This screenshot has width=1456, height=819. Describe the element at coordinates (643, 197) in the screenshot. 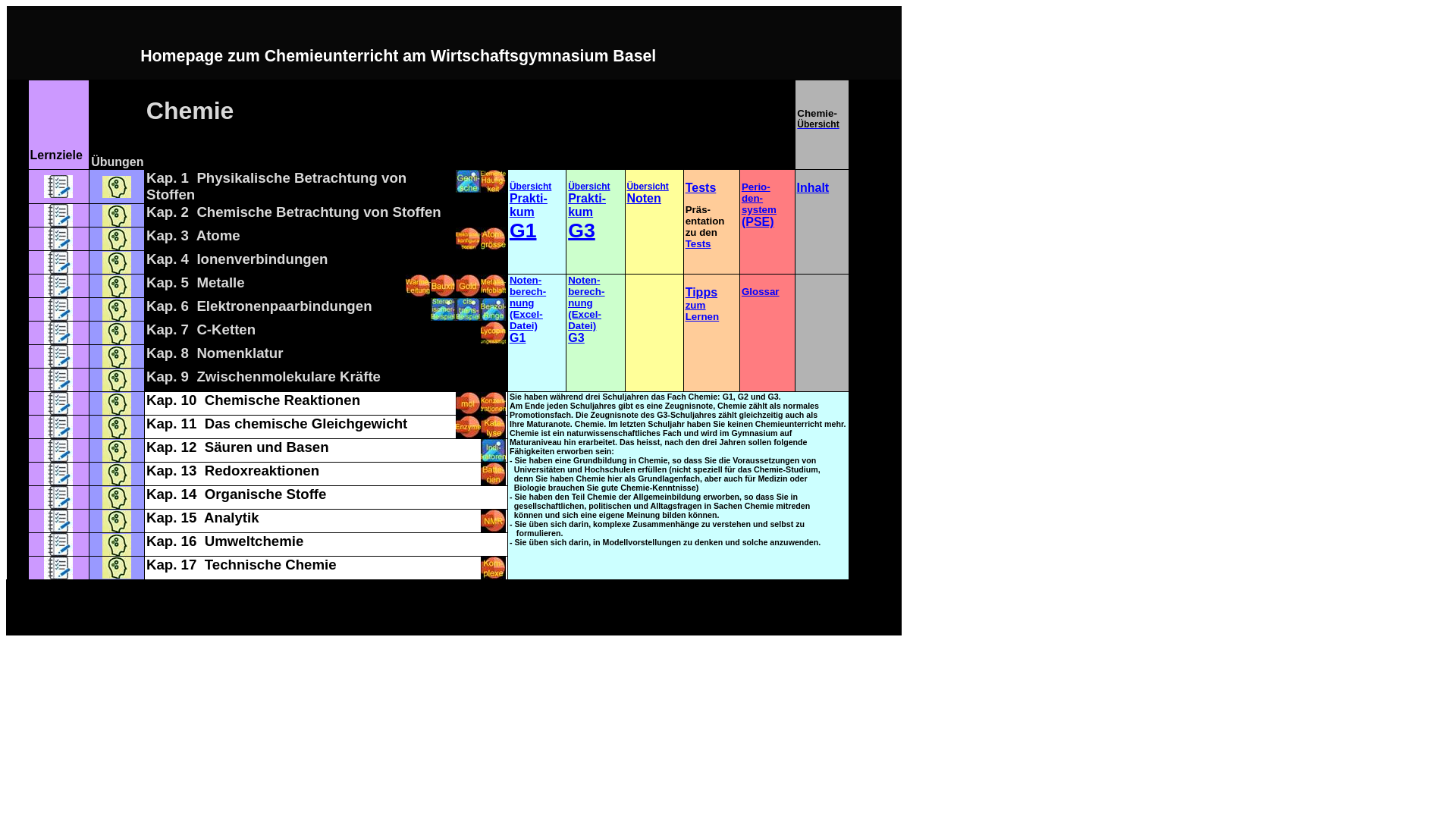

I see `'Noten'` at that location.